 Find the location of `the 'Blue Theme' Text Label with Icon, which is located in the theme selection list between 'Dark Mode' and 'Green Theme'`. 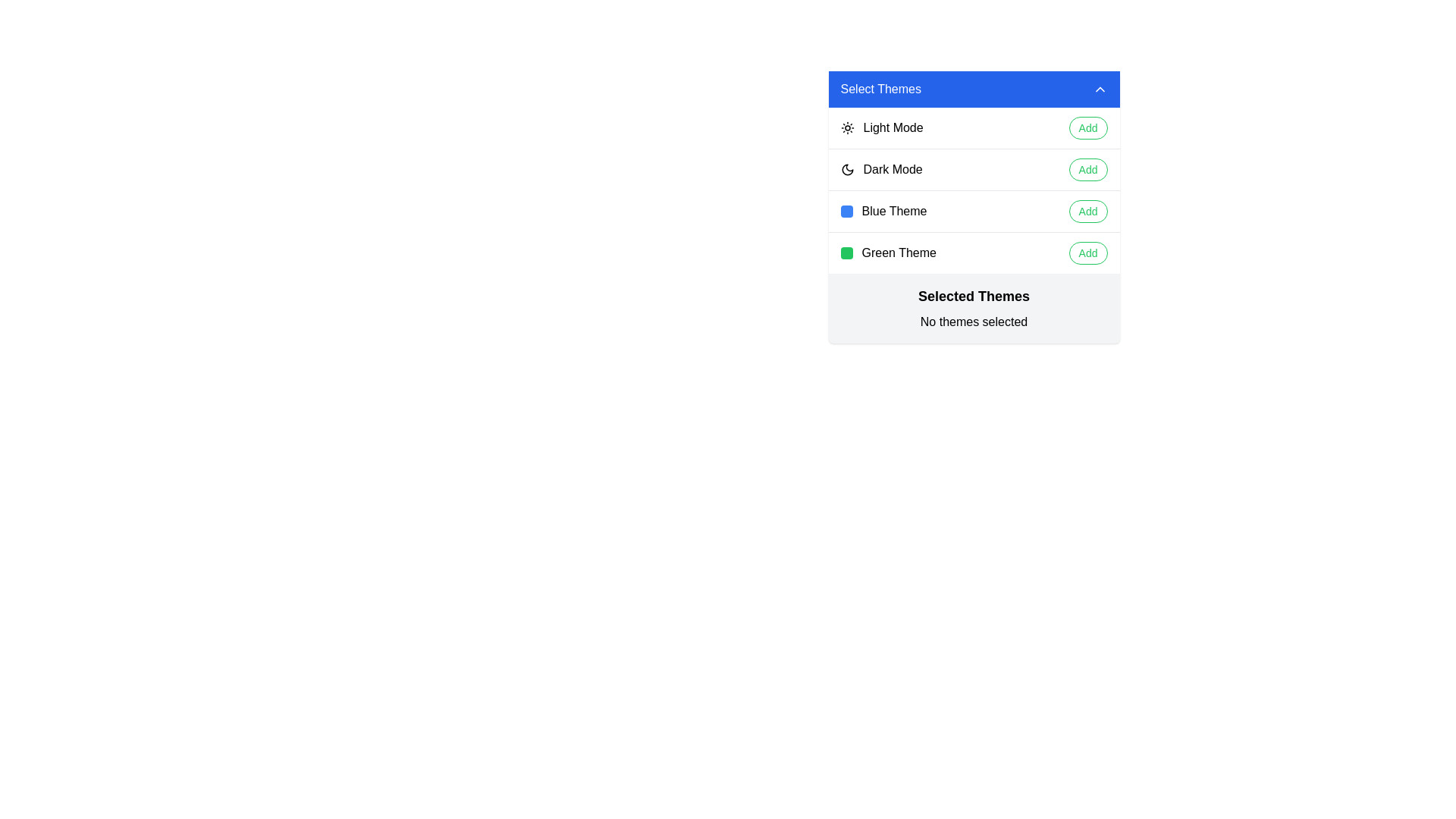

the 'Blue Theme' Text Label with Icon, which is located in the theme selection list between 'Dark Mode' and 'Green Theme' is located at coordinates (883, 211).